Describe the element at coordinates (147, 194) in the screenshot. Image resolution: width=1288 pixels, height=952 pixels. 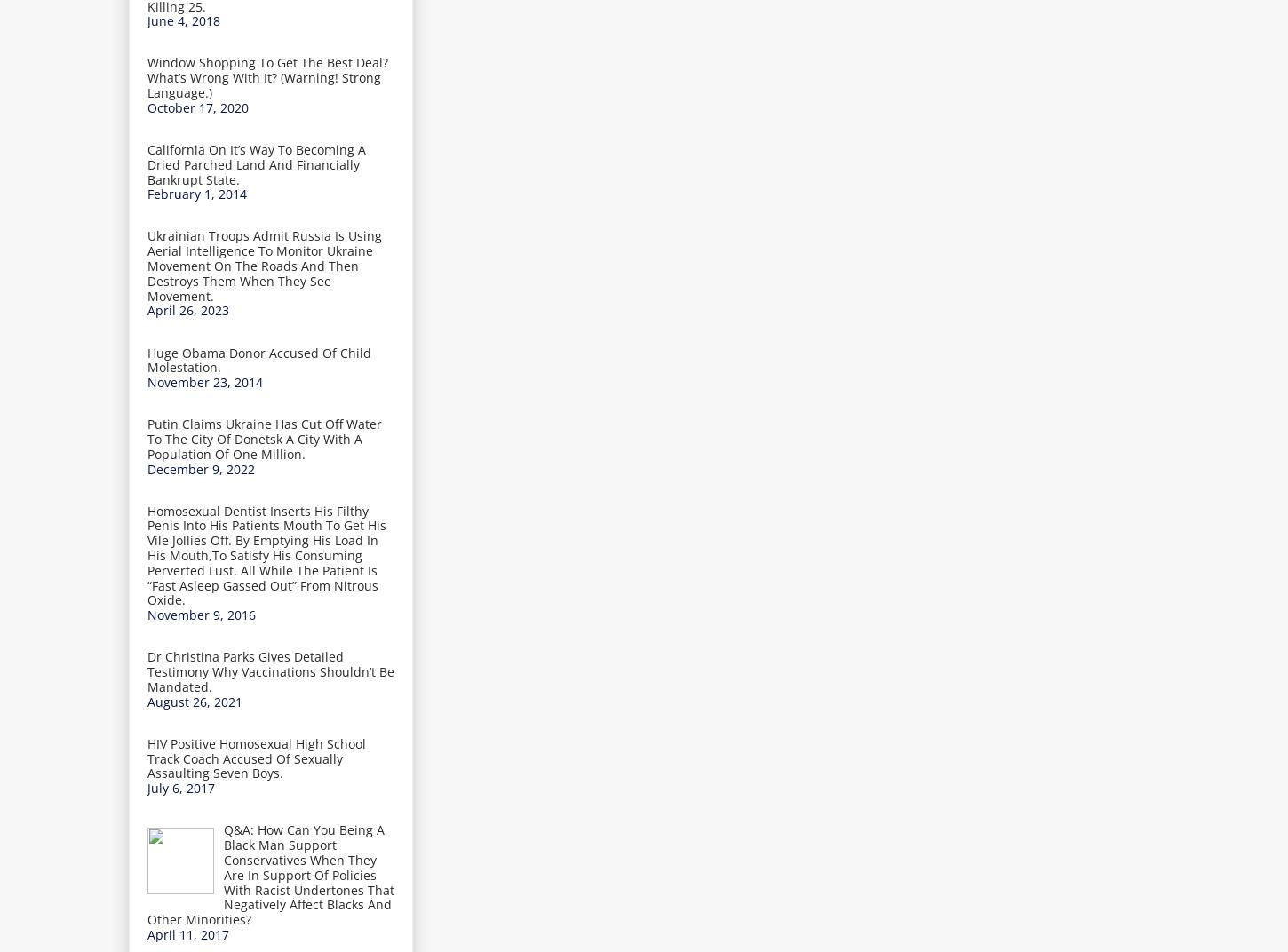
I see `'February 1, 2014'` at that location.